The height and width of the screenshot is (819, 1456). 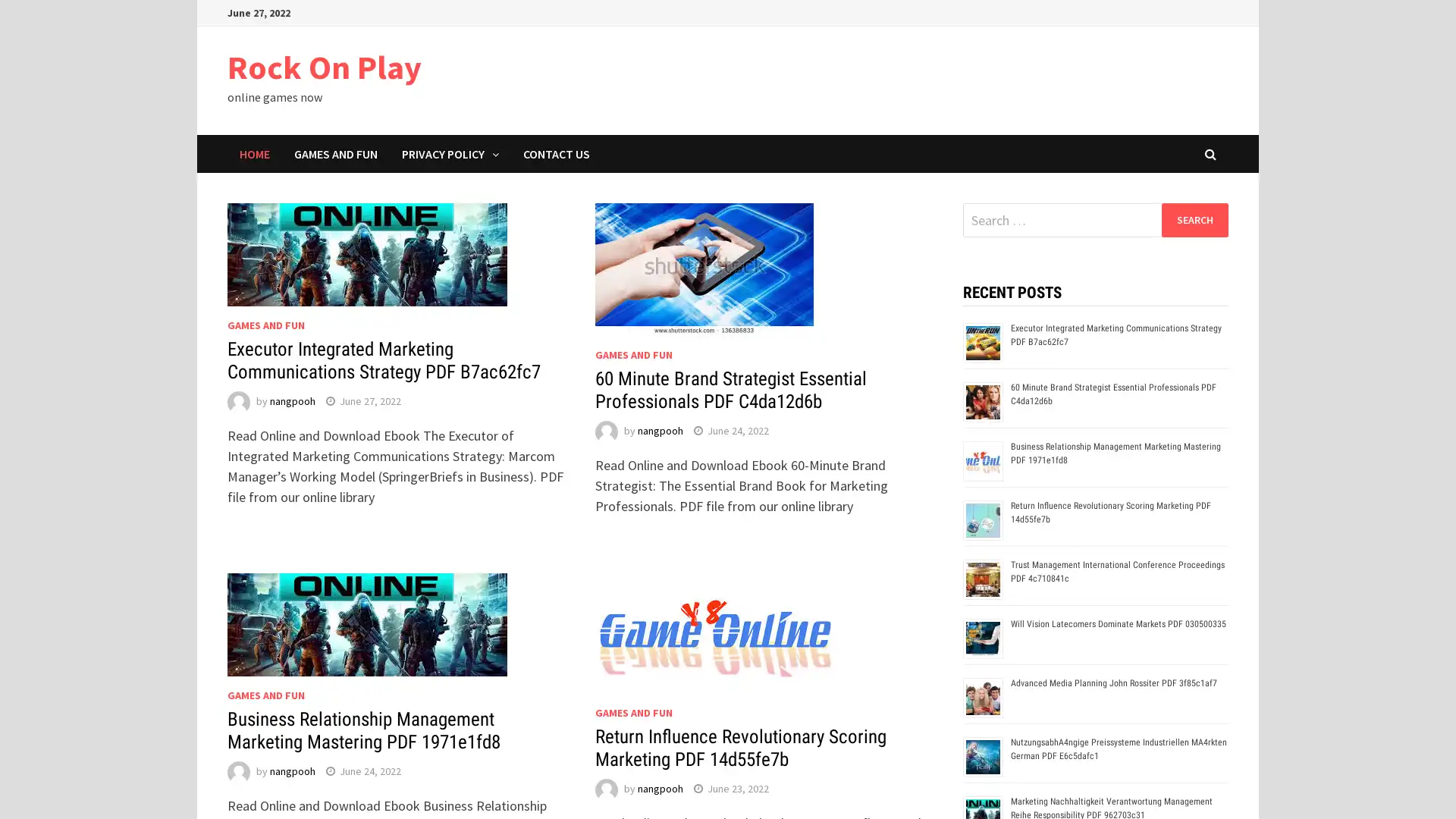 I want to click on Search, so click(x=1194, y=219).